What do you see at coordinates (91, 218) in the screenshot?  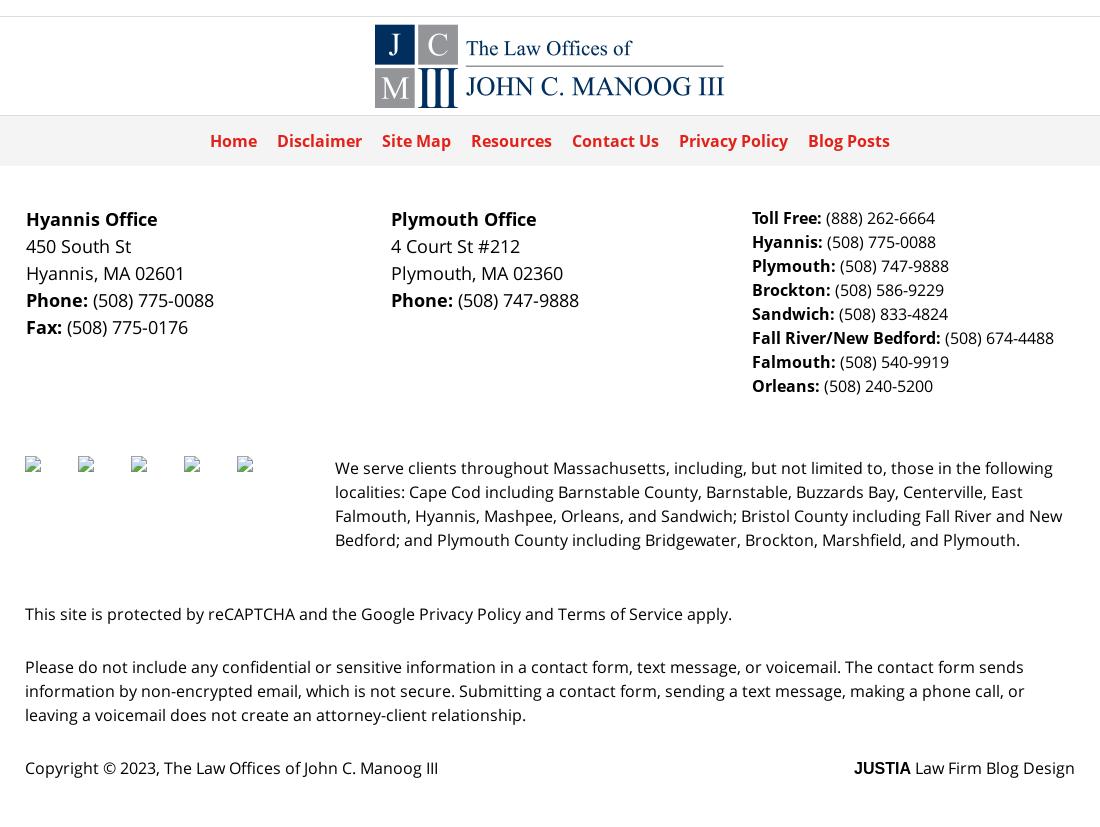 I see `'Hyannis Office'` at bounding box center [91, 218].